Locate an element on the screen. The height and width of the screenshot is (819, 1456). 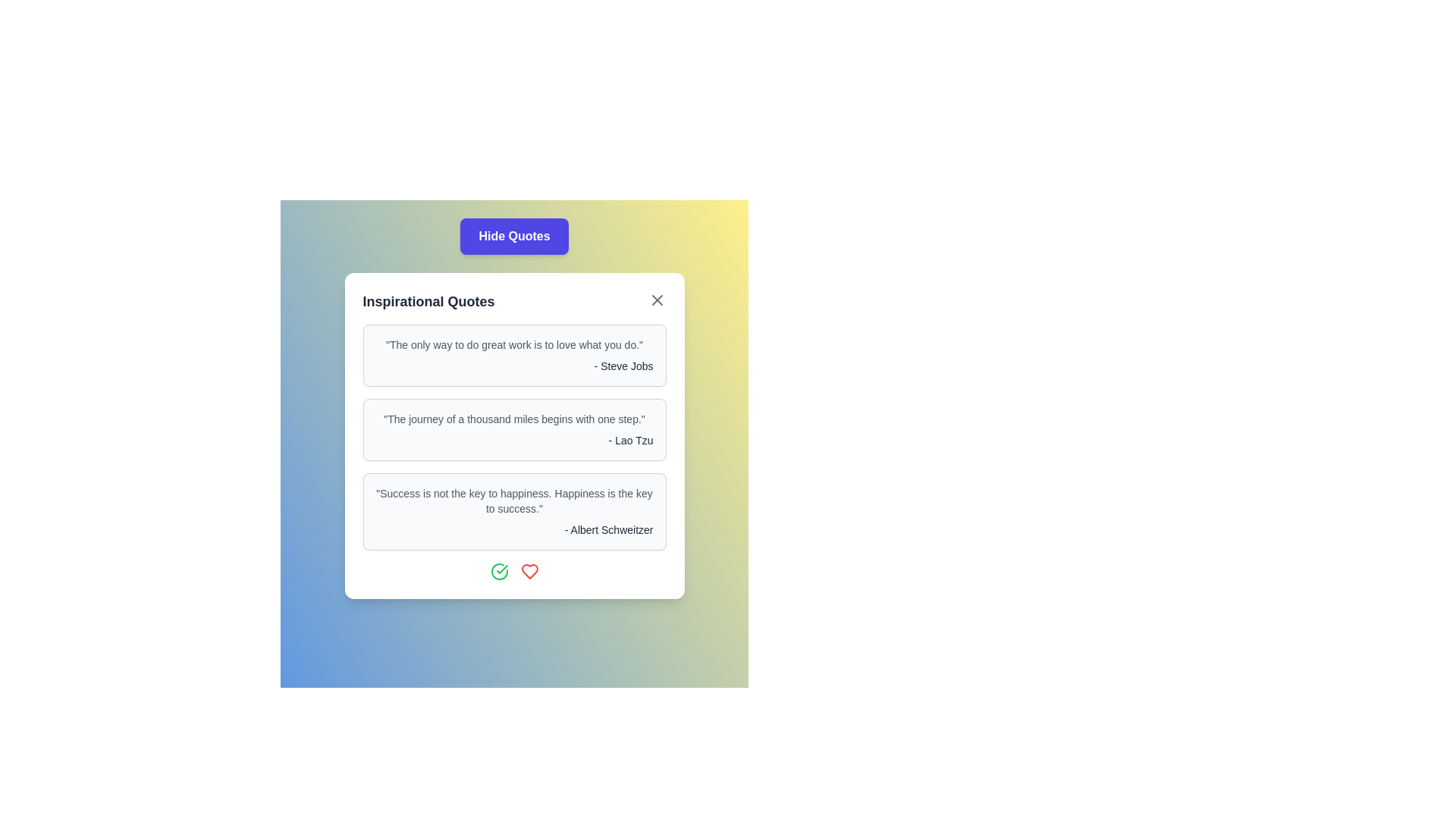
displayed text in the first quote section under the 'Inspirational Quotes' header, which is centrally positioned above other quote sections is located at coordinates (514, 356).